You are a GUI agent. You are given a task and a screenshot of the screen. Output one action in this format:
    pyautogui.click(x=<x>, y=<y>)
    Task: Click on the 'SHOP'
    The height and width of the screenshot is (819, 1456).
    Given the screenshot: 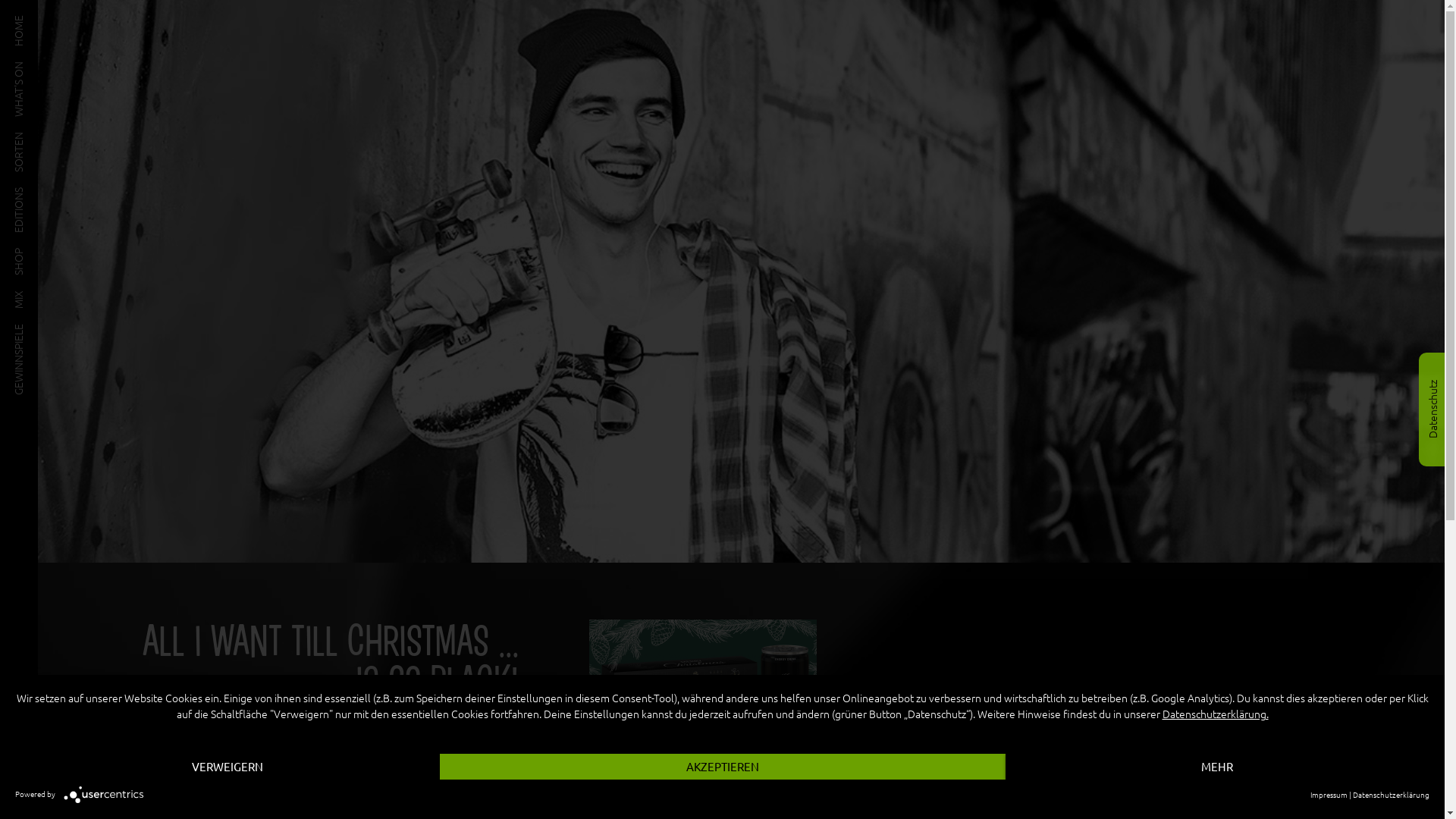 What is the action you would take?
    pyautogui.click(x=27, y=253)
    